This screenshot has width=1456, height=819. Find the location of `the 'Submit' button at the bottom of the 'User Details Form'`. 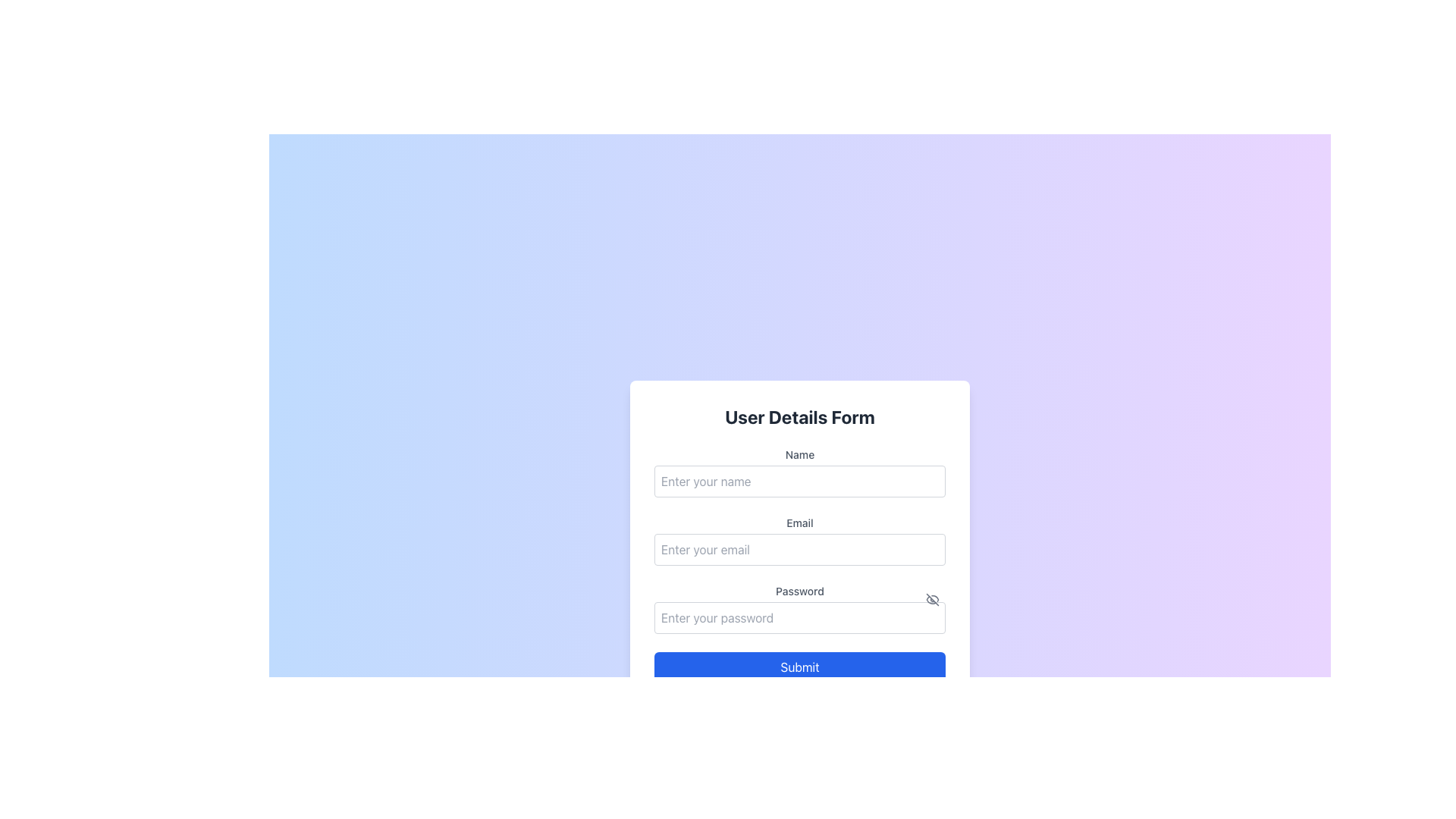

the 'Submit' button at the bottom of the 'User Details Form' is located at coordinates (799, 666).